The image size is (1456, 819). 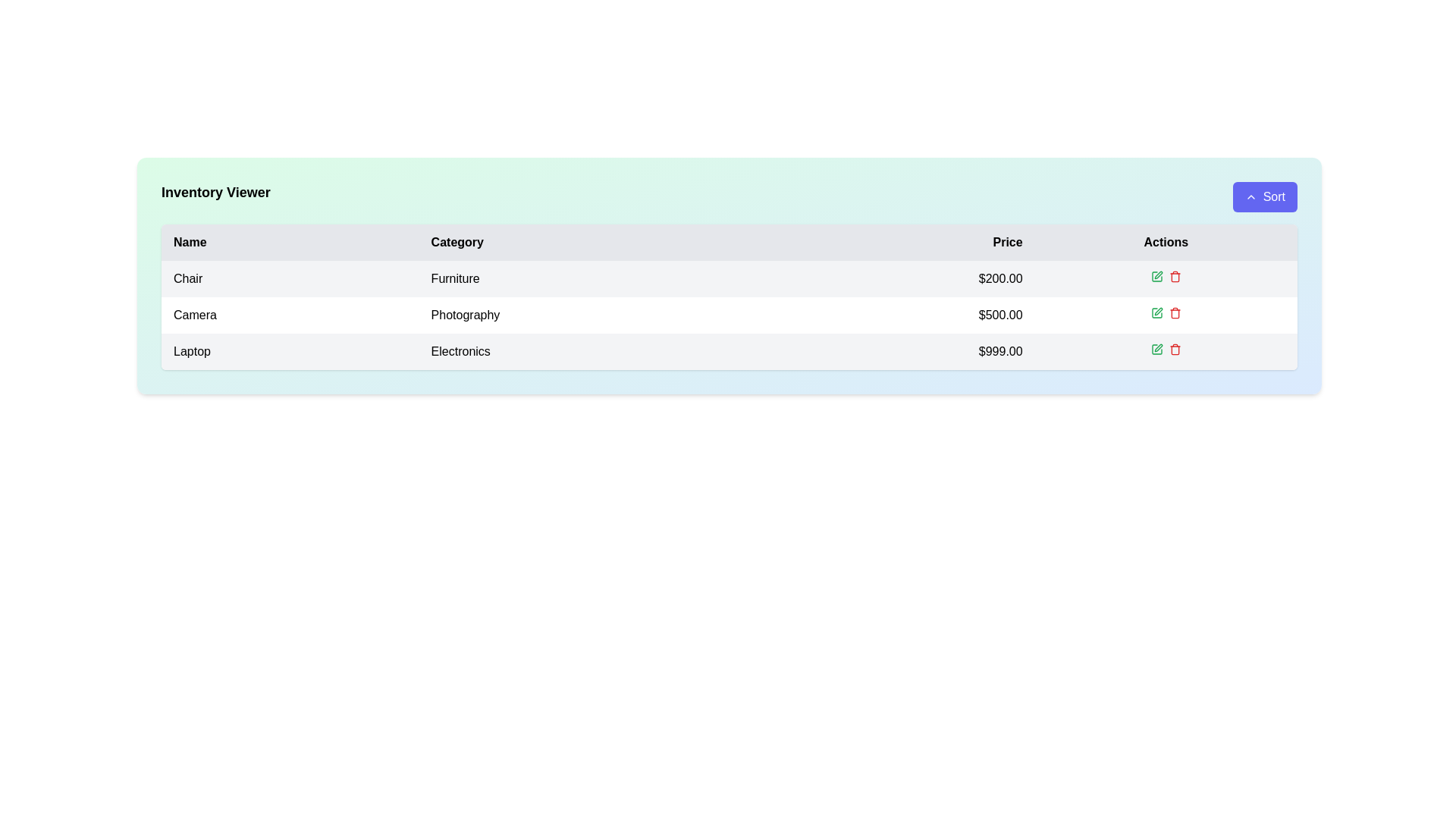 What do you see at coordinates (1157, 275) in the screenshot?
I see `the edit button icon (pen icon) located in the 'Actions' column of the first row, which corresponds to the 'Chair' item in the 'Name' column` at bounding box center [1157, 275].